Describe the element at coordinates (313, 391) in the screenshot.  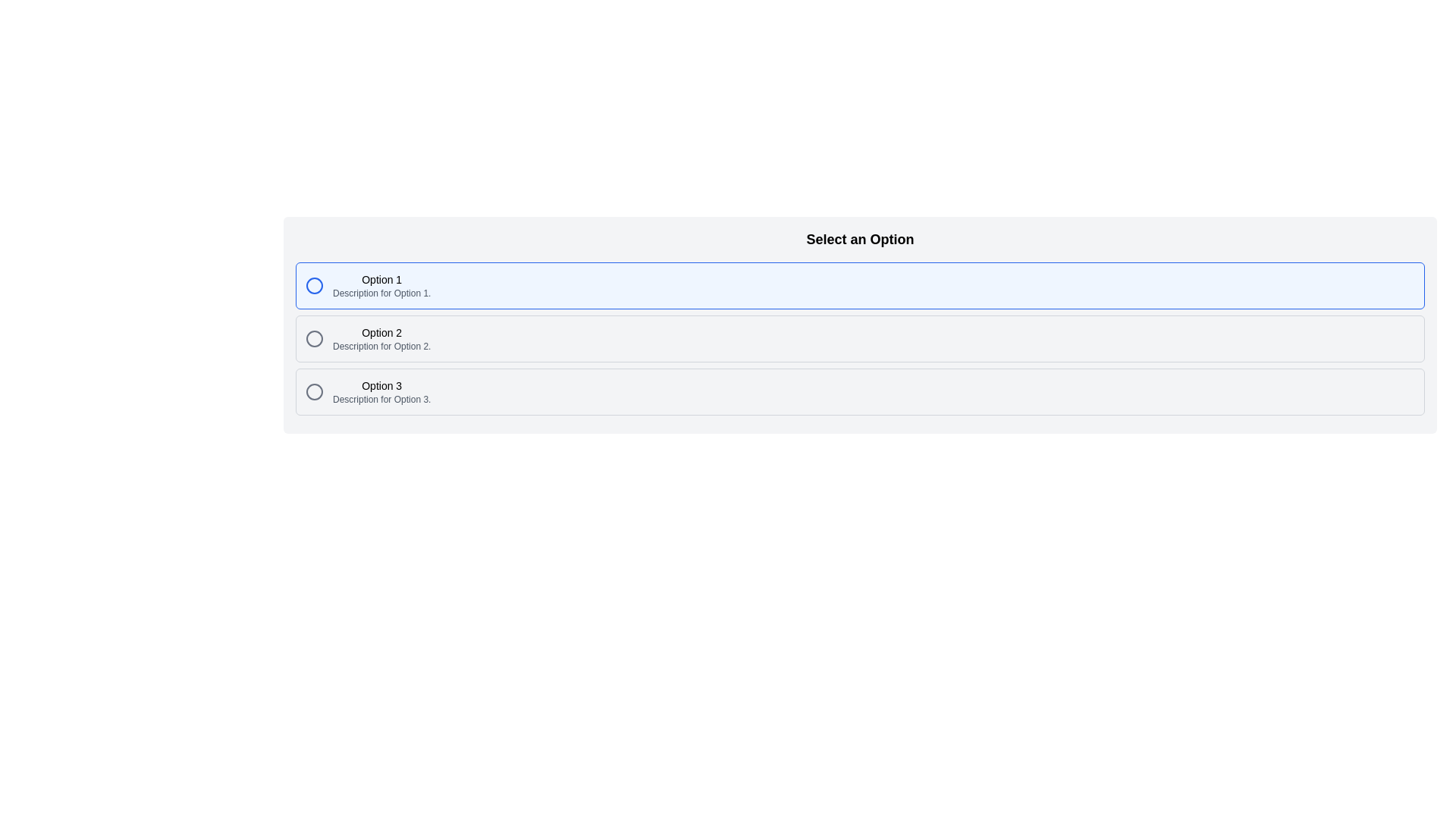
I see `the circular selection indicator for 'Option 3'` at that location.